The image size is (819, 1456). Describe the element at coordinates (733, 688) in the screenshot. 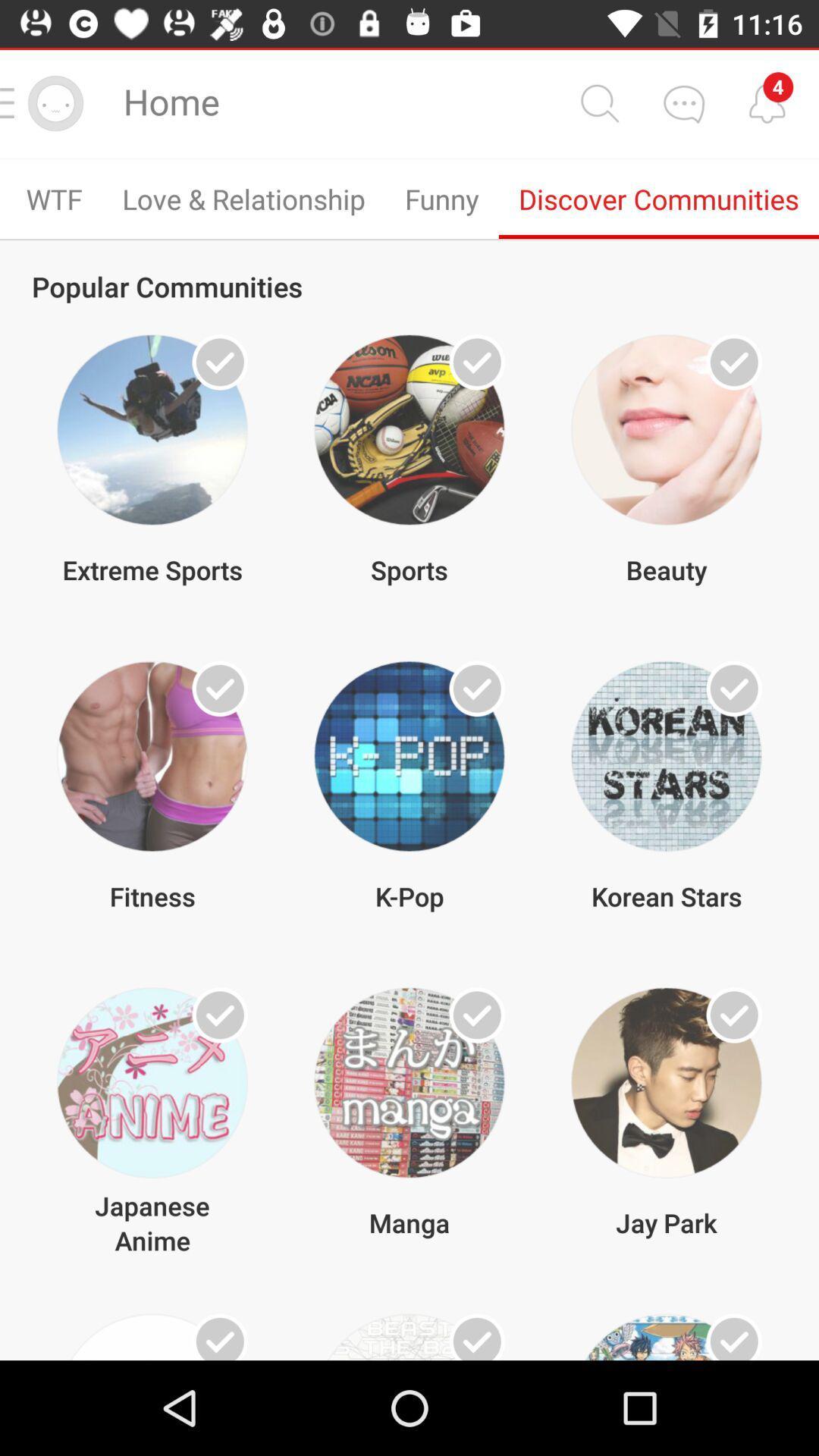

I see `this selection` at that location.